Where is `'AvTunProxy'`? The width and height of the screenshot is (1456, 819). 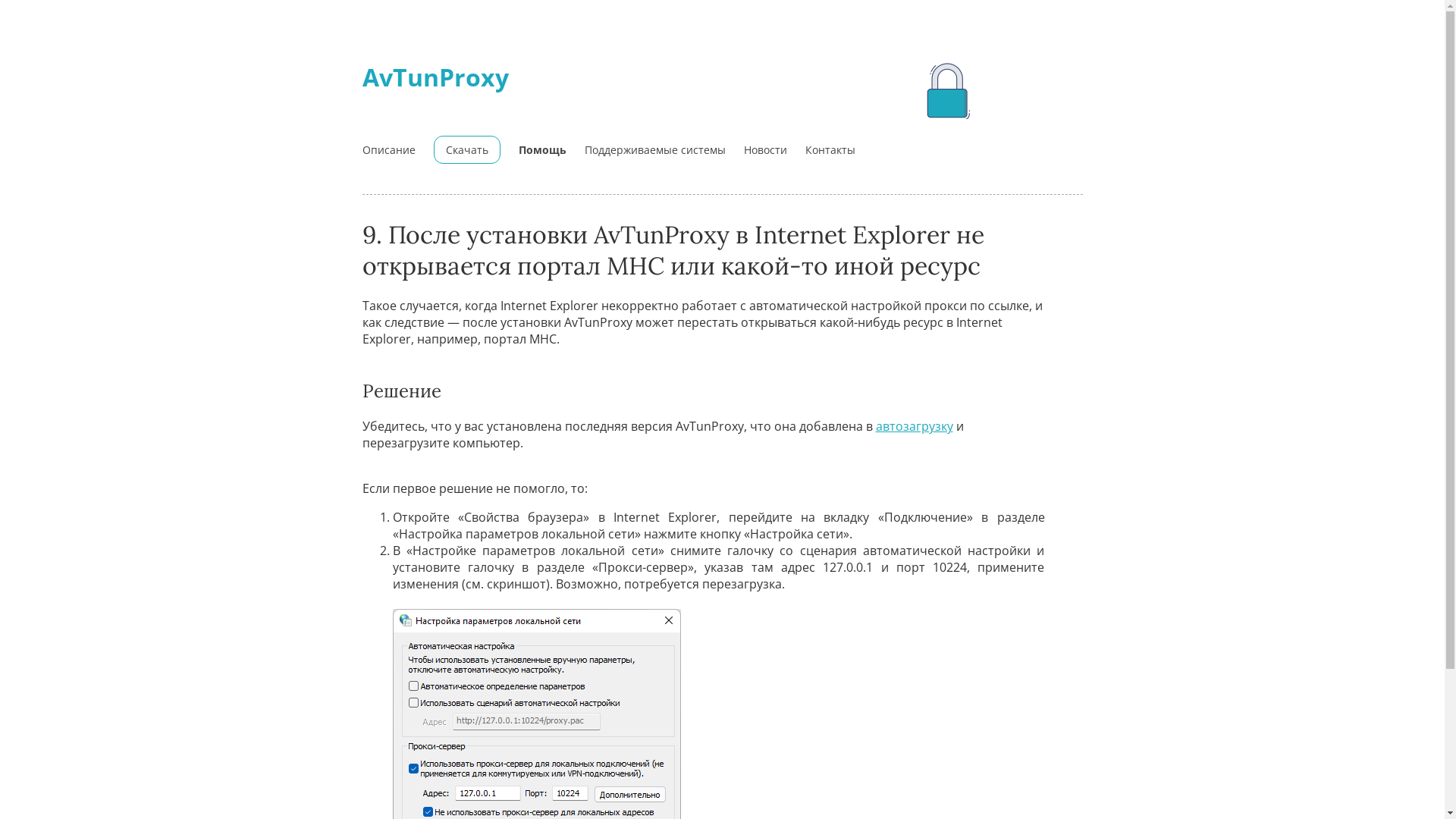 'AvTunProxy' is located at coordinates (435, 77).